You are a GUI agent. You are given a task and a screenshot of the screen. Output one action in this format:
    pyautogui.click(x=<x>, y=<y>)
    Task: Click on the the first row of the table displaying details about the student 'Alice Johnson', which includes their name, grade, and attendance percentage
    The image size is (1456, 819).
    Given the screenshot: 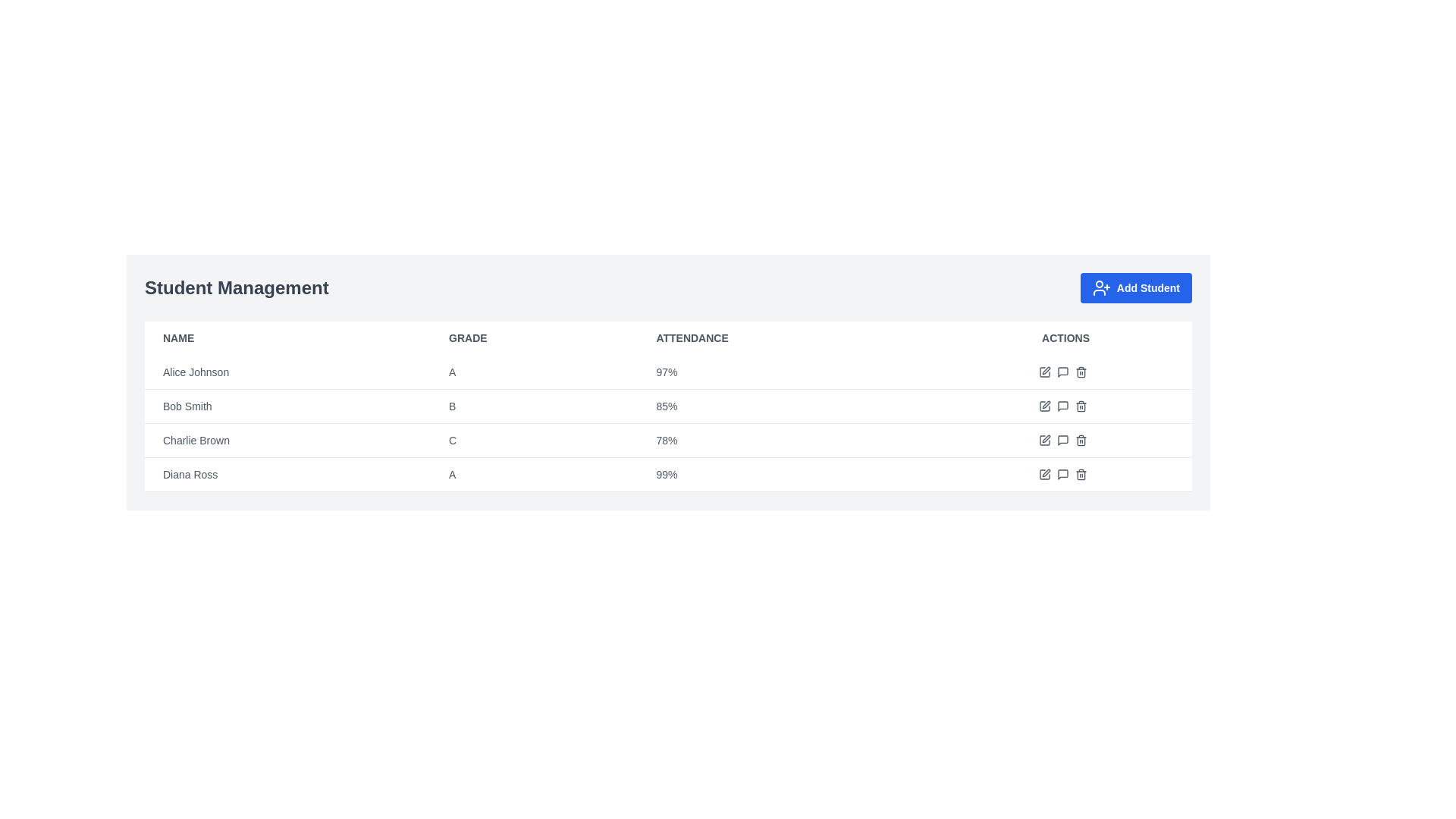 What is the action you would take?
    pyautogui.click(x=667, y=372)
    